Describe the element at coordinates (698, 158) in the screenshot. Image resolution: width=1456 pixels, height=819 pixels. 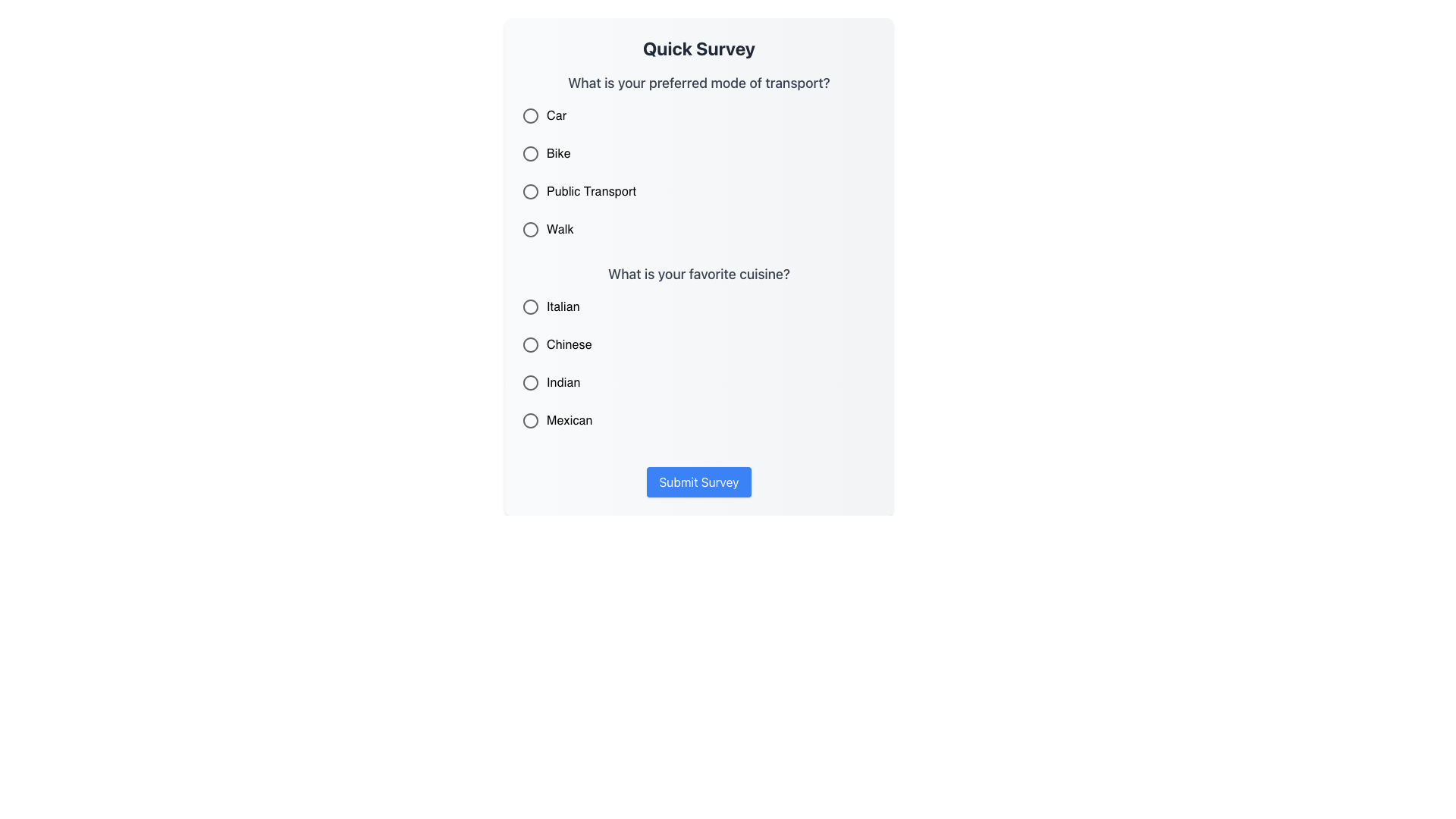
I see `one of the radio button options for the survey question 'What is your preferred mode of transport?' by clicking on it` at that location.